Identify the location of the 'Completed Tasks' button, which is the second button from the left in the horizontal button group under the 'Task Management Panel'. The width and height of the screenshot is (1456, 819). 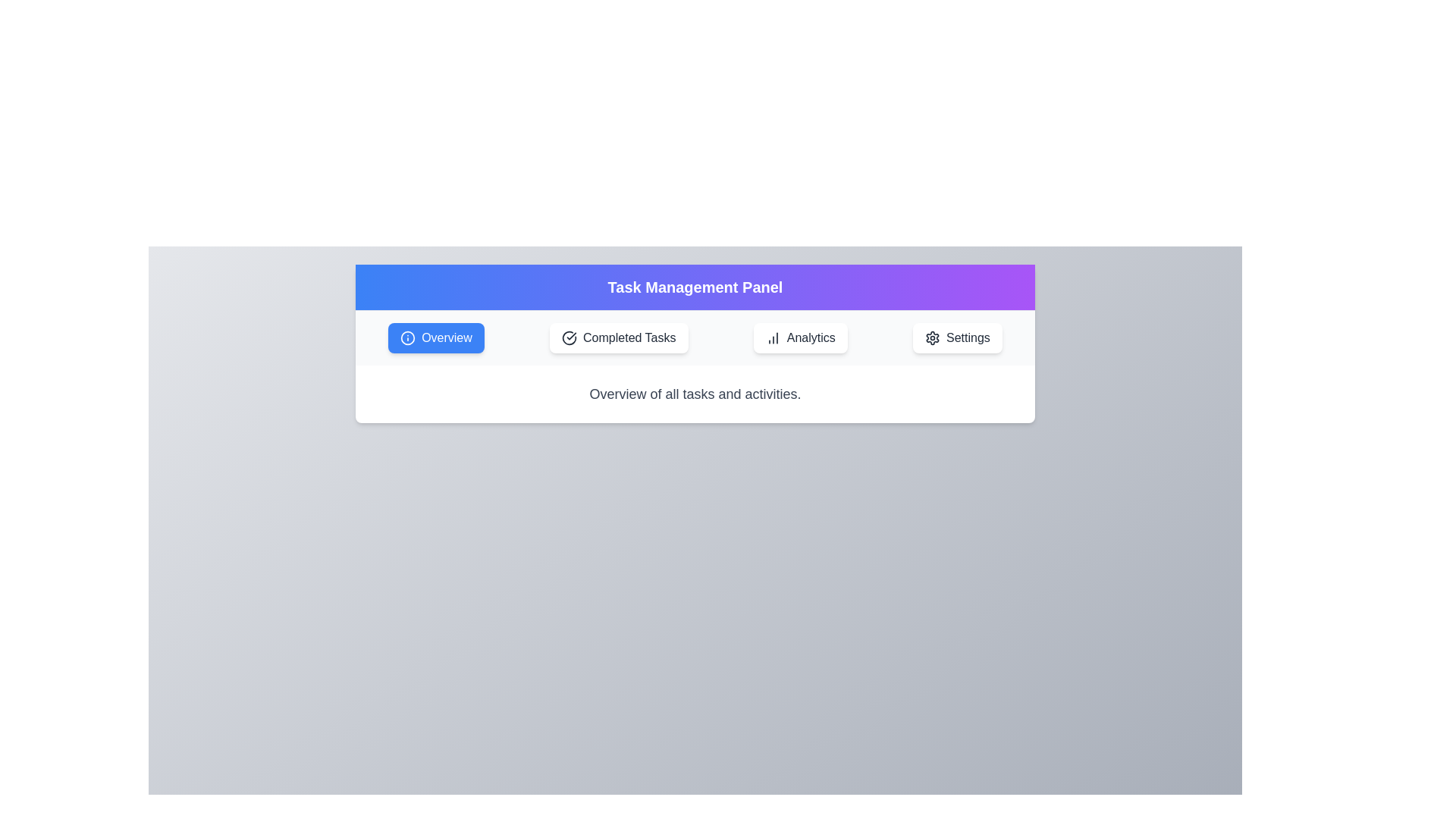
(619, 337).